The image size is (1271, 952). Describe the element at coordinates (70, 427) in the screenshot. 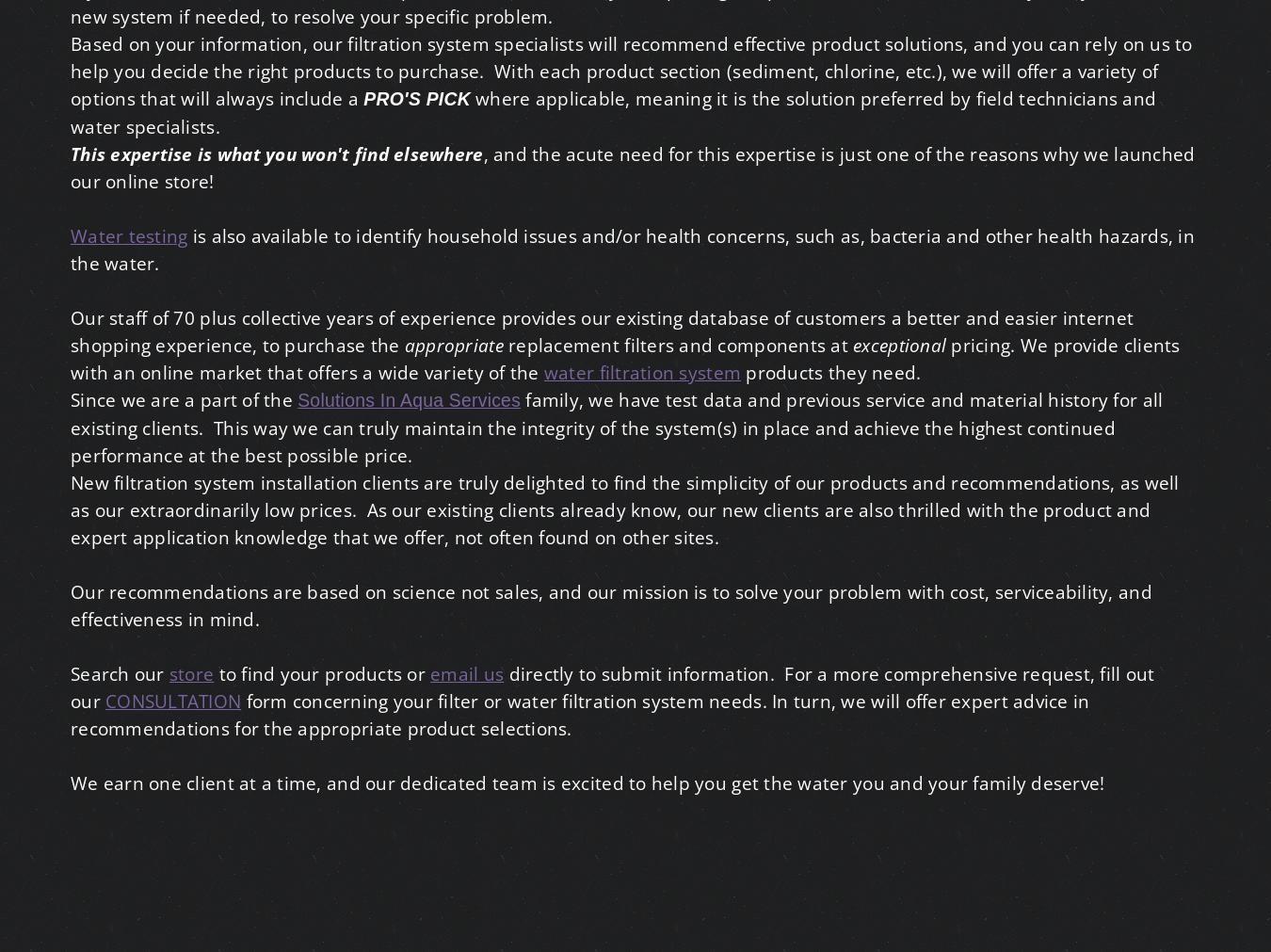

I see `'family, we have test data and previous service and material history for all existing clients.  This way we can truly maintain the integrity of the system(s) in place and achieve the highest continued performance at the best possible price.'` at that location.